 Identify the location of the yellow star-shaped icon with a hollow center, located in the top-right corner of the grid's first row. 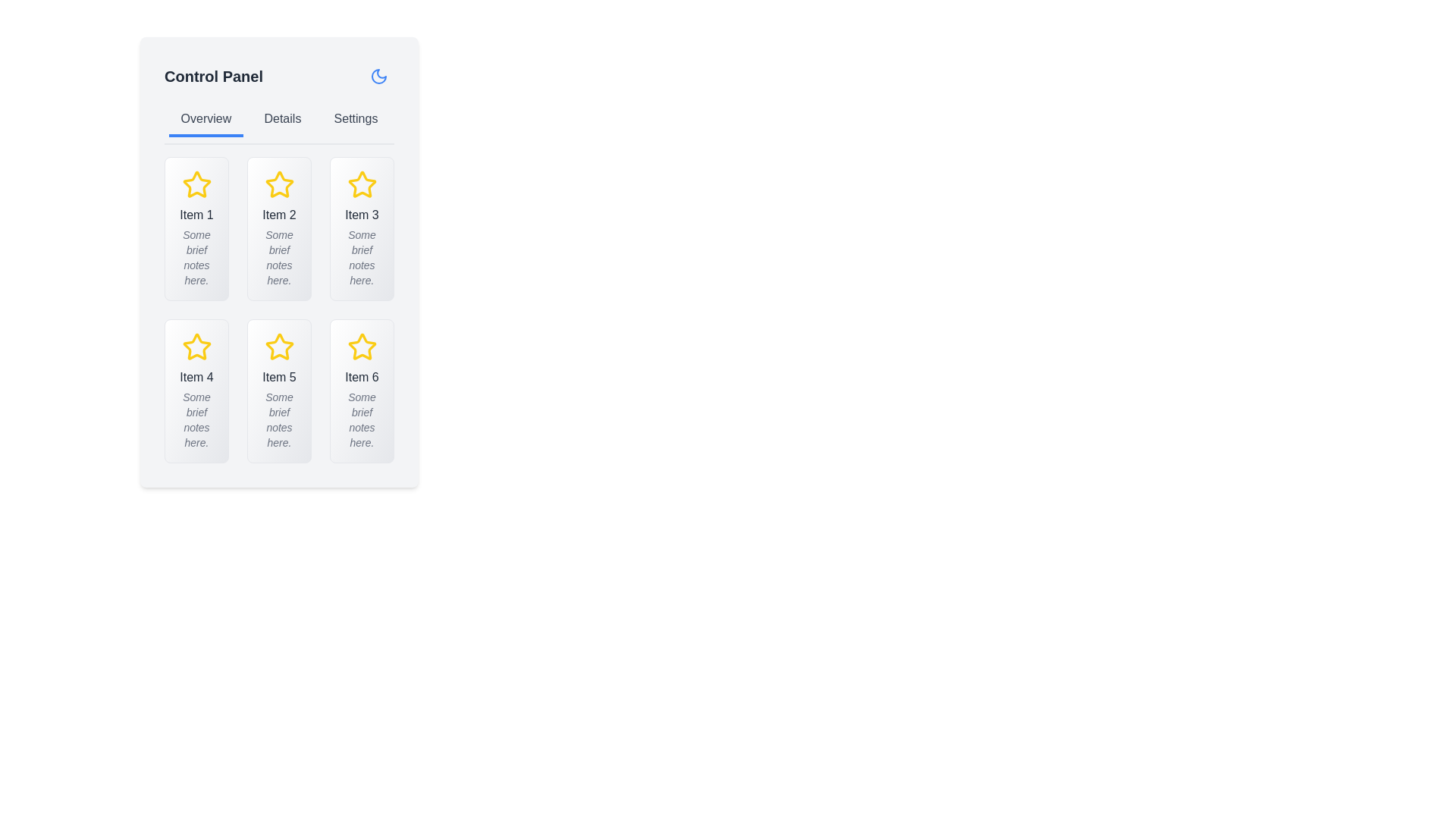
(361, 184).